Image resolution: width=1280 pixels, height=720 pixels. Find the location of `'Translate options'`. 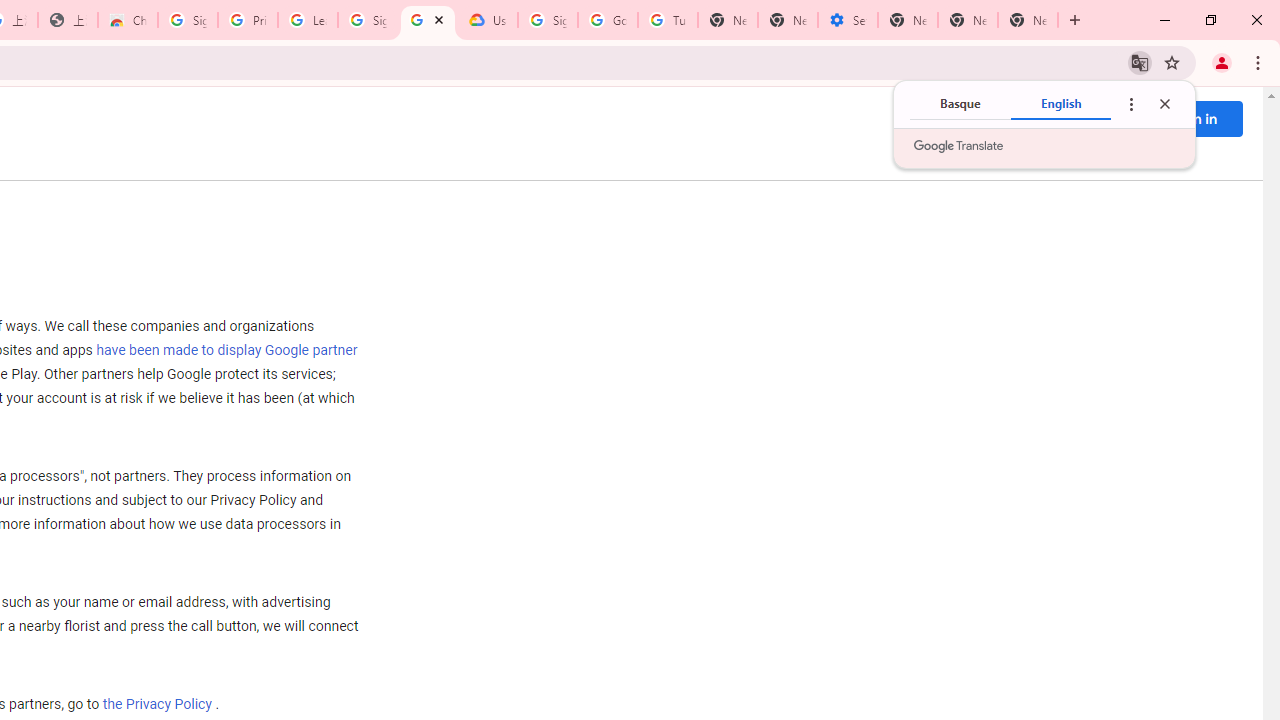

'Translate options' is located at coordinates (1130, 104).